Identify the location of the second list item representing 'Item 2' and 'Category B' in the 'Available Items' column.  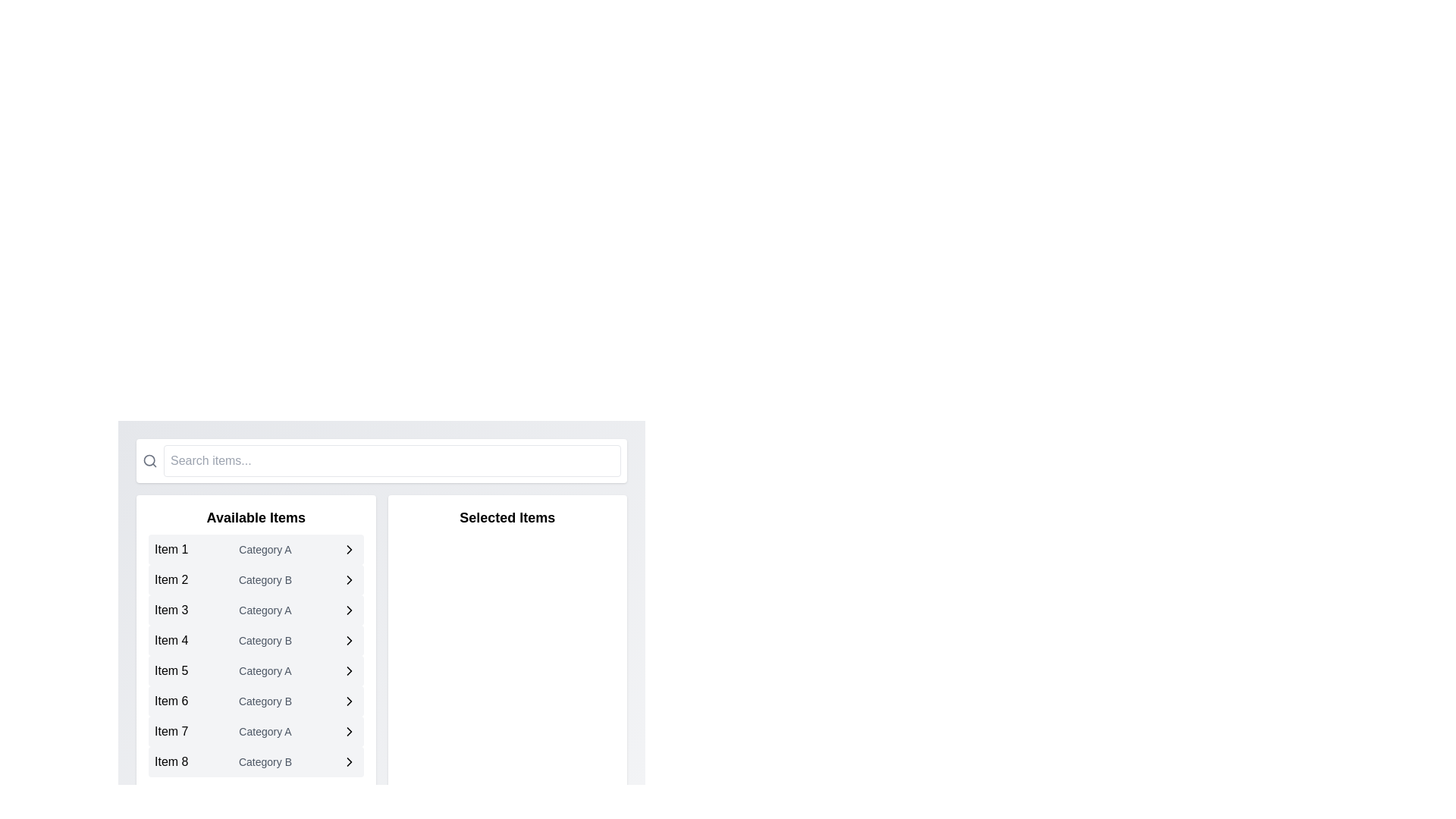
(256, 579).